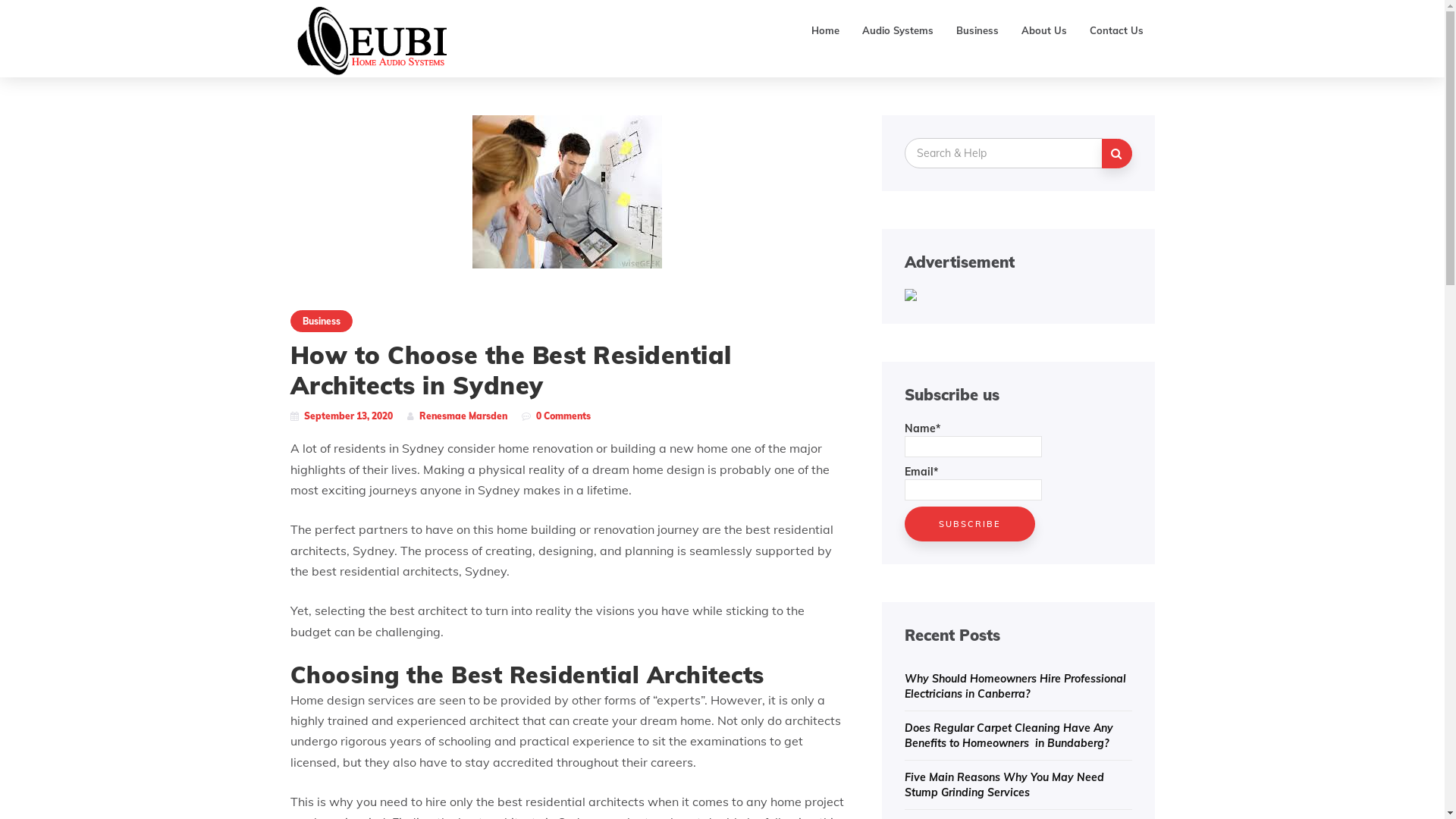 This screenshot has height=819, width=1456. I want to click on 'Search', so click(1116, 152).